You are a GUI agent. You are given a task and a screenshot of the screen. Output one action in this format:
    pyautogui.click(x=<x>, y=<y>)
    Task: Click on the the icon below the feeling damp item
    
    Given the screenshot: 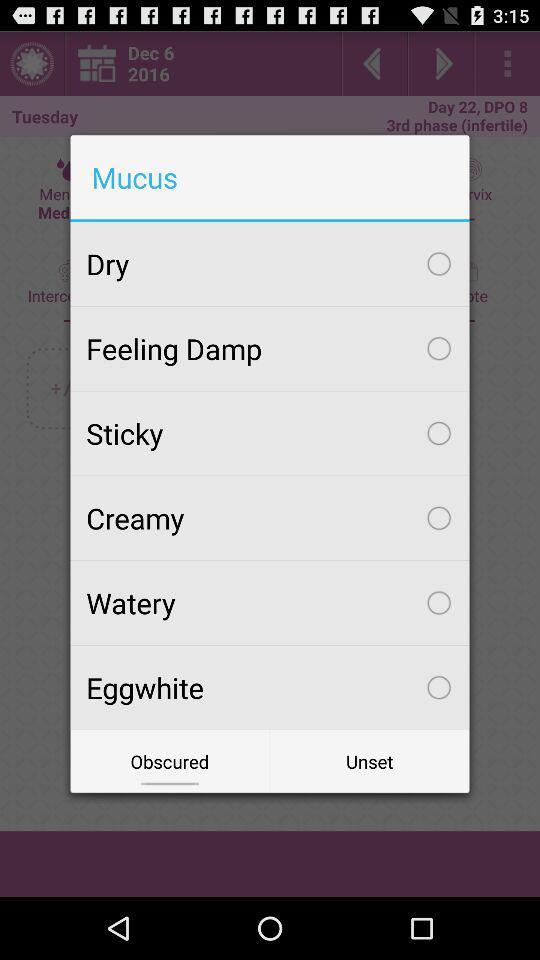 What is the action you would take?
    pyautogui.click(x=270, y=433)
    